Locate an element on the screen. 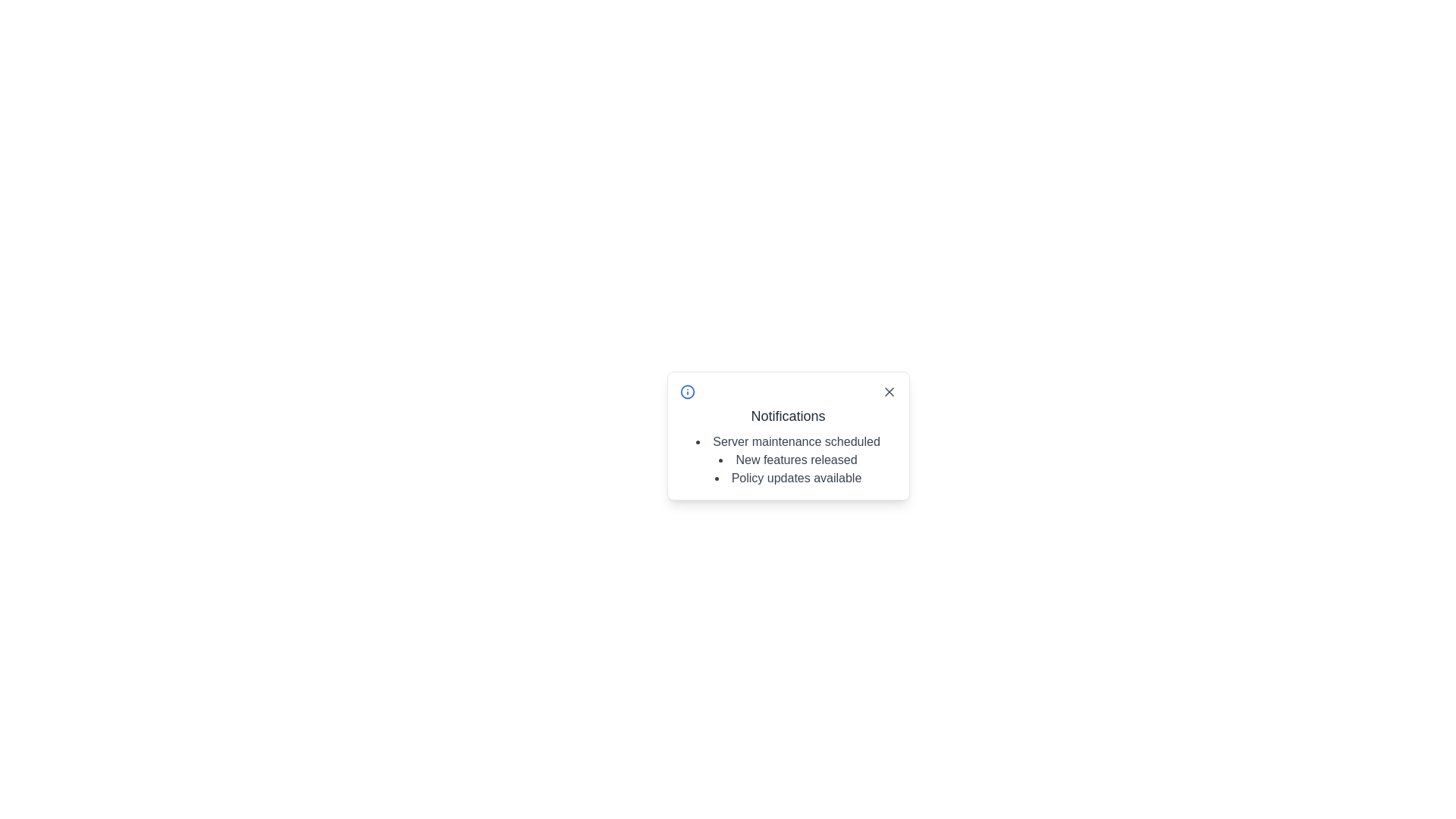 The height and width of the screenshot is (819, 1456). the first item in the bulleted list of the 'Notifications' pop-up panel which provides information about a scheduled server maintenance event is located at coordinates (788, 441).